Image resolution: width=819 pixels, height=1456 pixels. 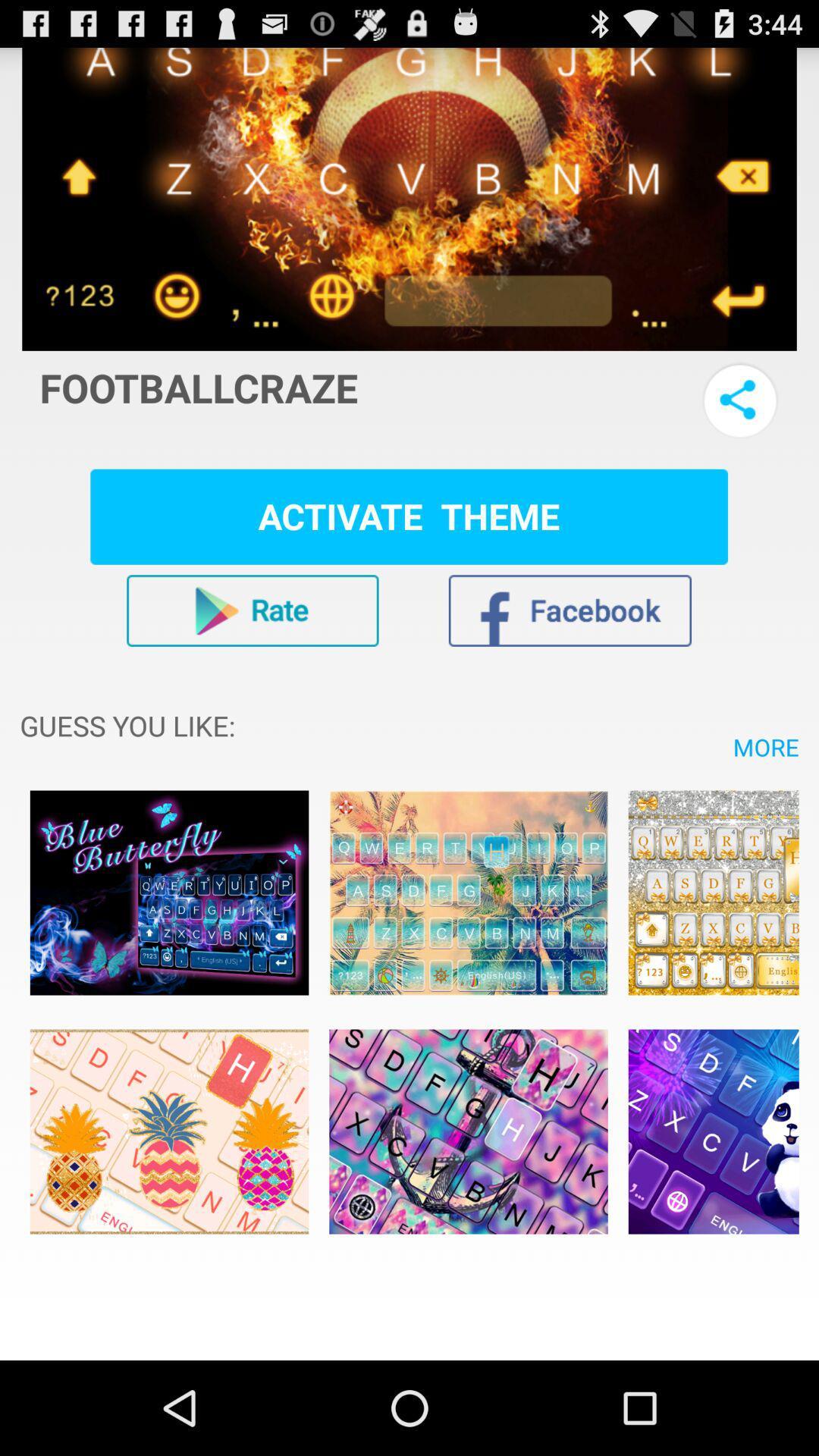 I want to click on the share icon, so click(x=739, y=427).